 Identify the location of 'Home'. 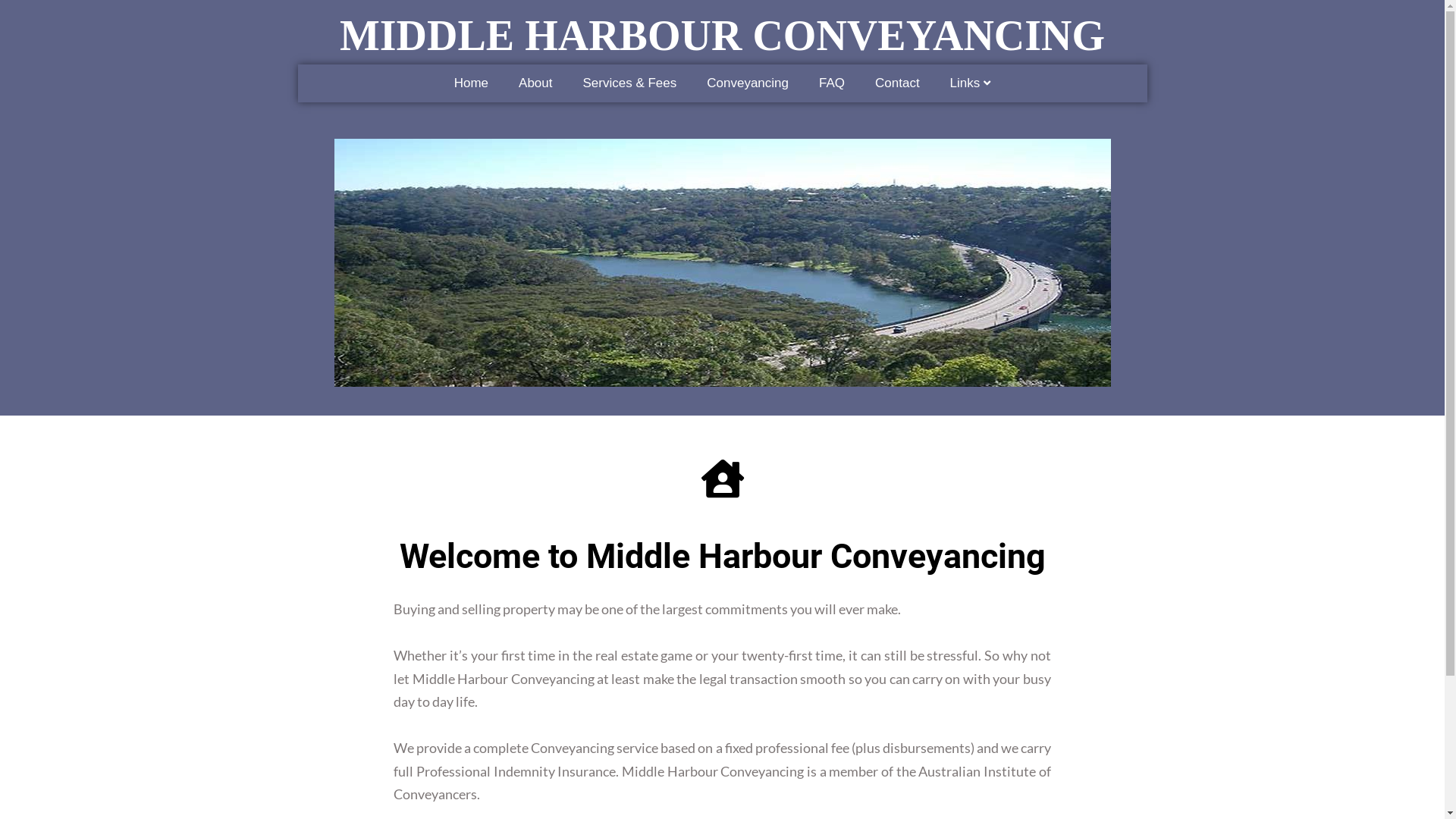
(470, 83).